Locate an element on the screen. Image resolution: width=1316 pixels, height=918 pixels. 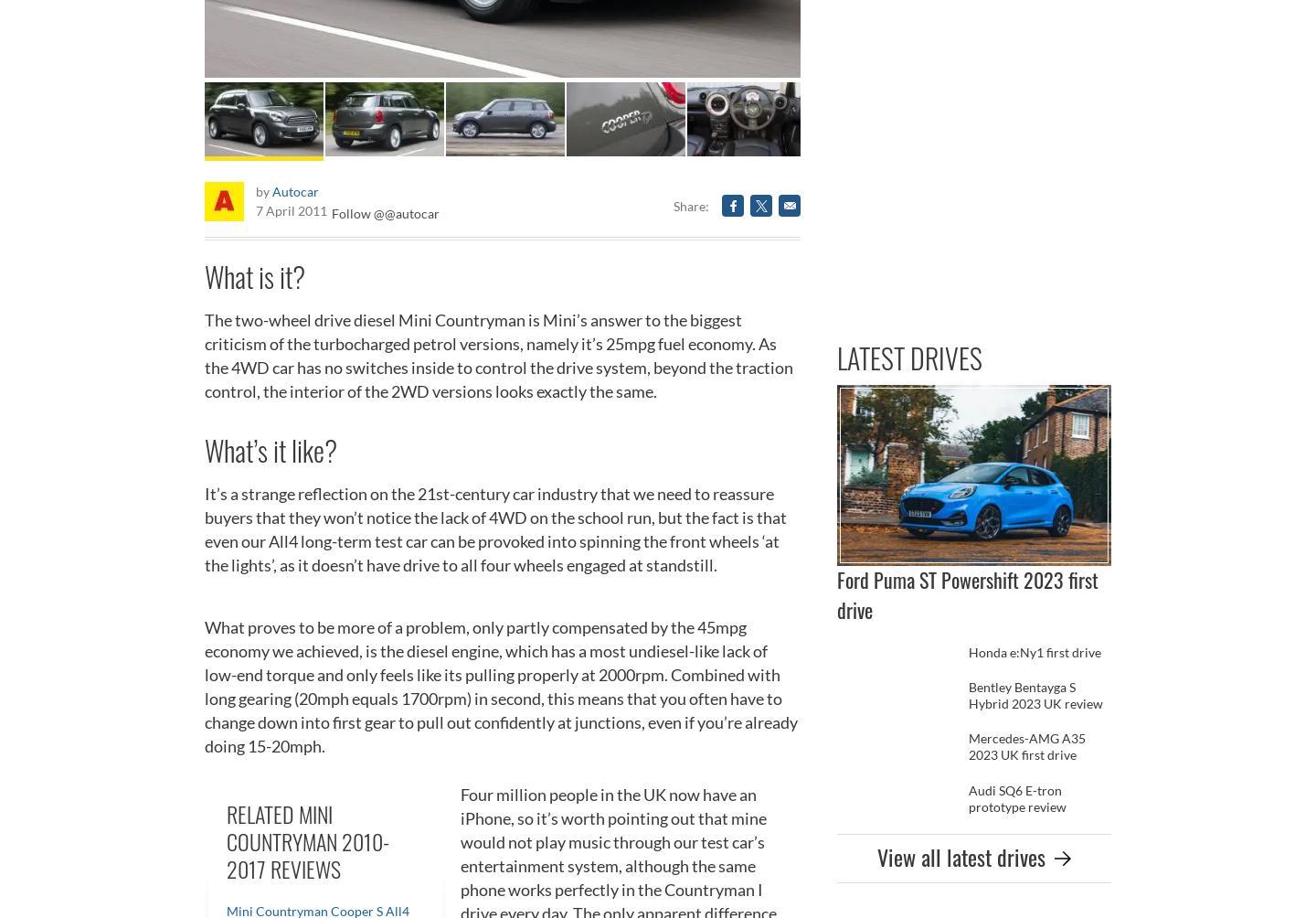
'Autocar' is located at coordinates (294, 190).